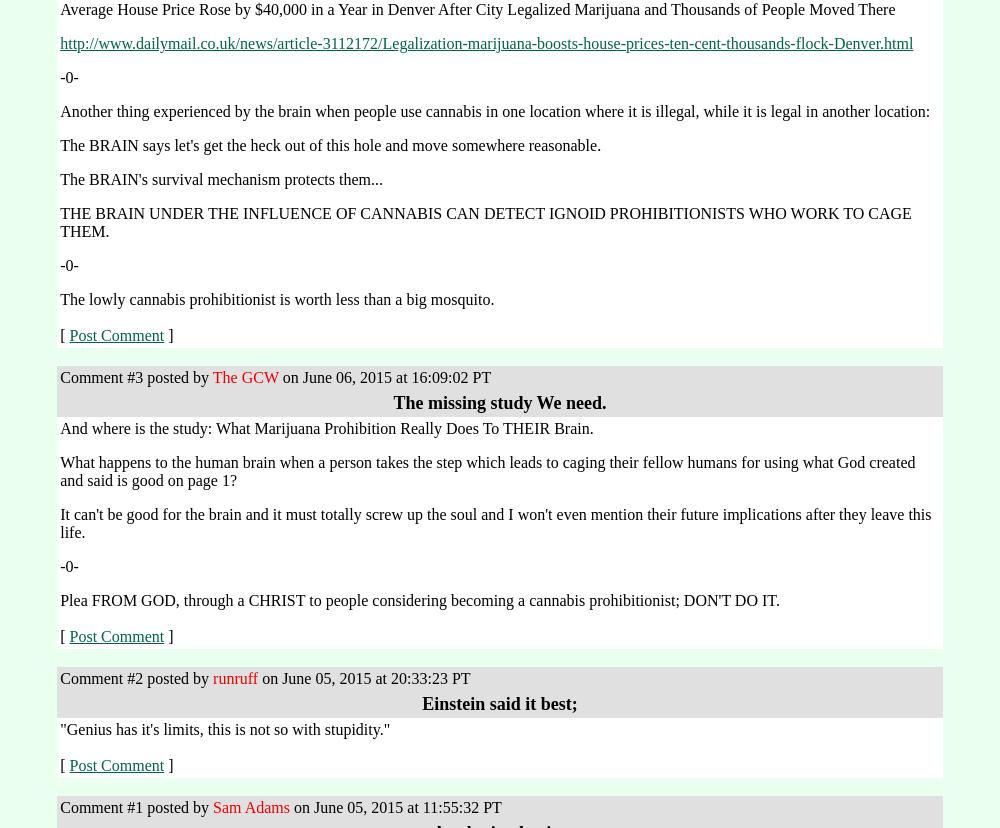 The height and width of the screenshot is (828, 1000). Describe the element at coordinates (476, 9) in the screenshot. I see `'Average House Price Rose by $40,000 in a Year in Denver After City Legalized Marijuana and Thousands of People Moved There'` at that location.